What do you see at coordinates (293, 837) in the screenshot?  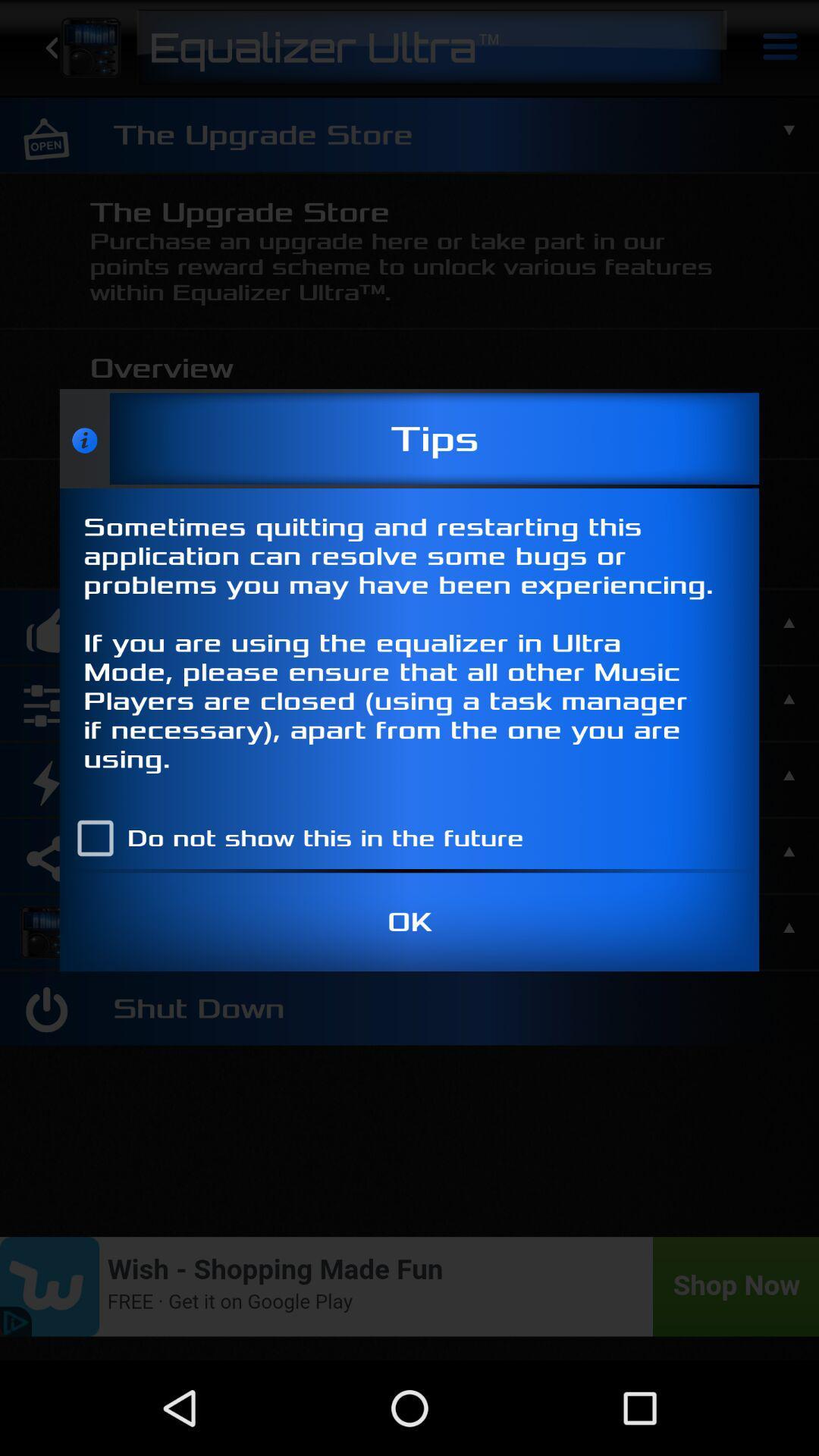 I see `do not show icon` at bounding box center [293, 837].